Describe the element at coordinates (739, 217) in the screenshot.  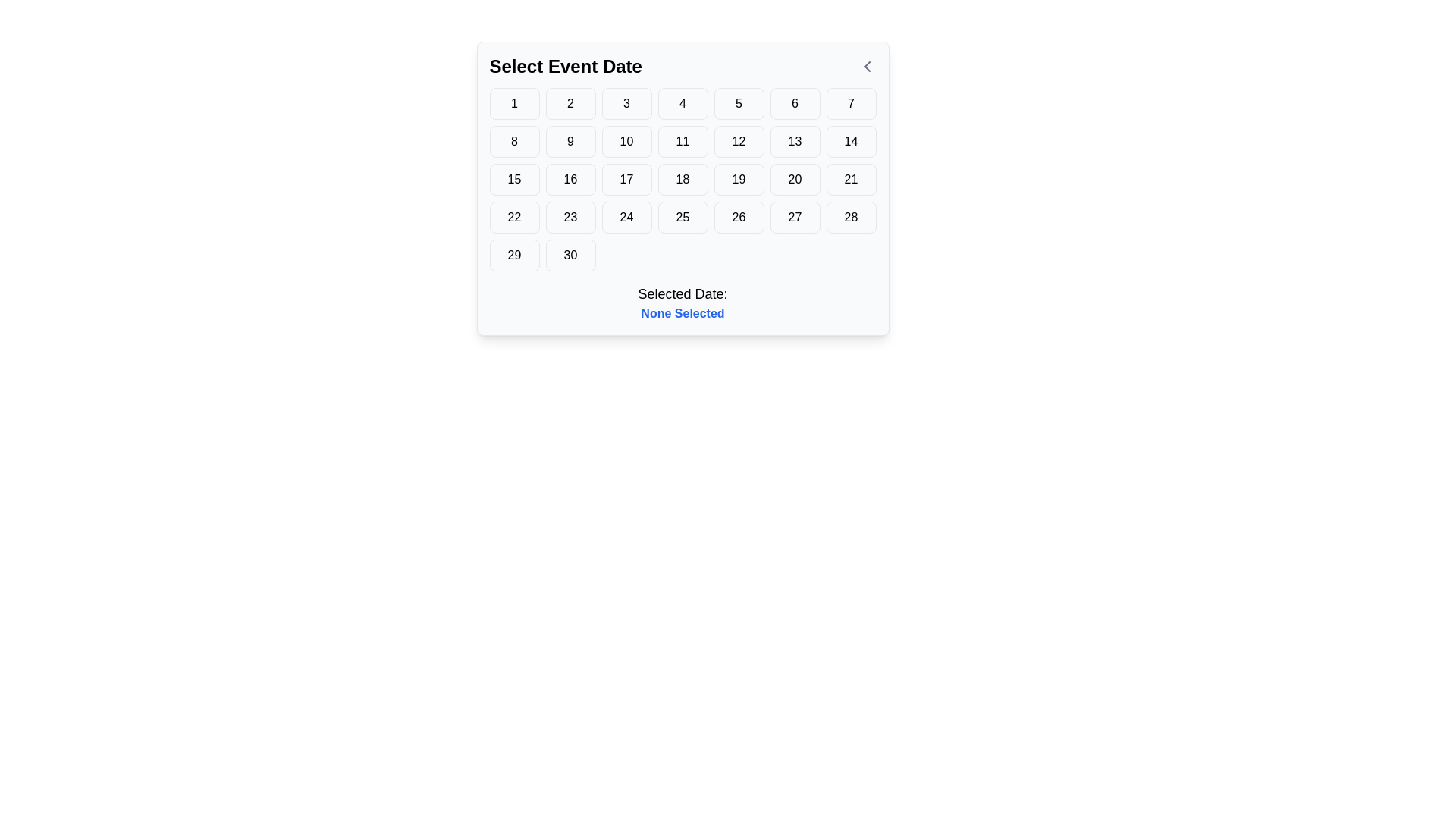
I see `the rectangular button with rounded corners containing the number '26' in bold, black text` at that location.